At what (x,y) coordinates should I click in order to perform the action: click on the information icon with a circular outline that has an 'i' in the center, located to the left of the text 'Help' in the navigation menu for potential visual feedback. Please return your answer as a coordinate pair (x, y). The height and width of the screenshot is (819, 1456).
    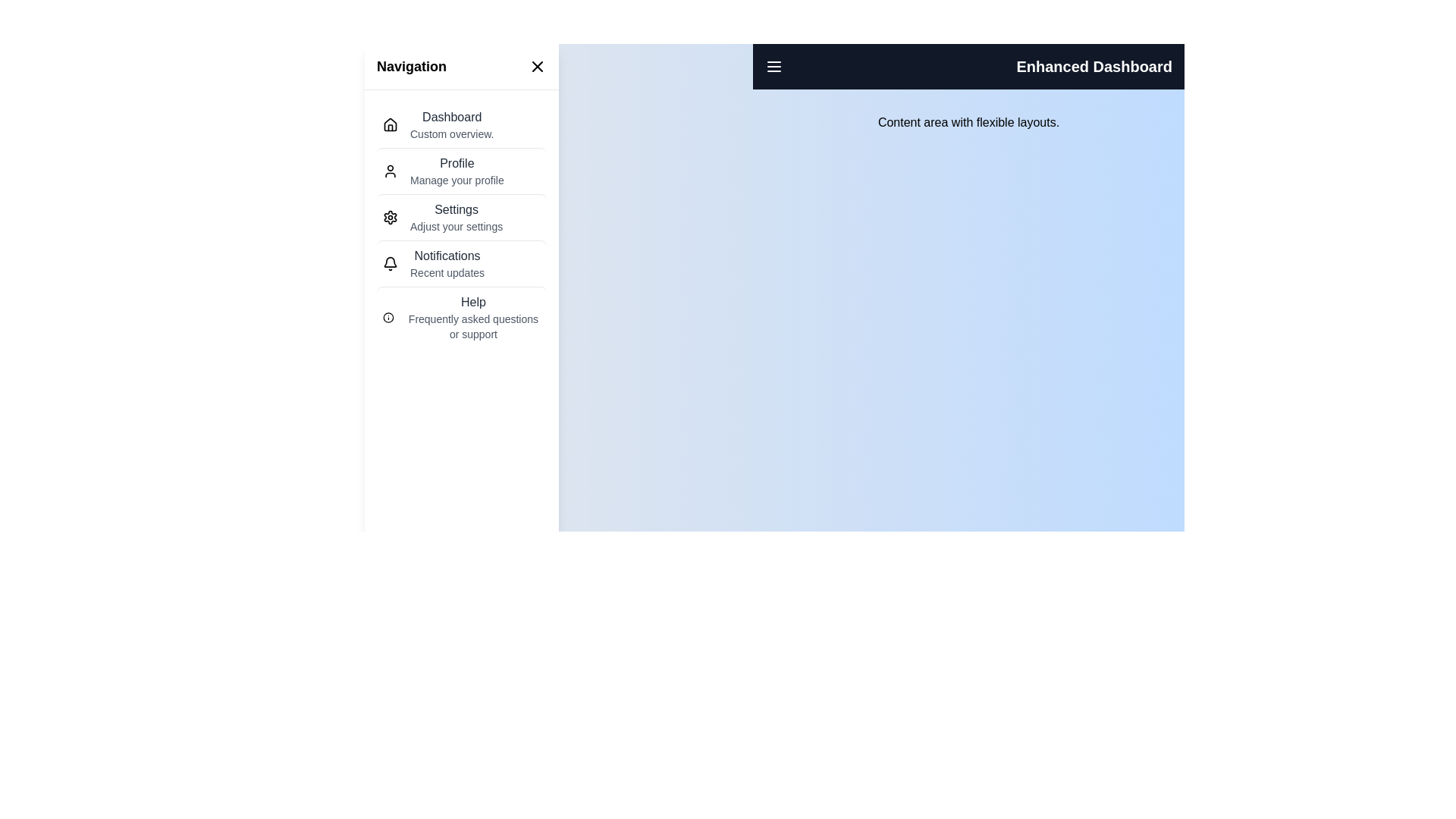
    Looking at the image, I should click on (388, 317).